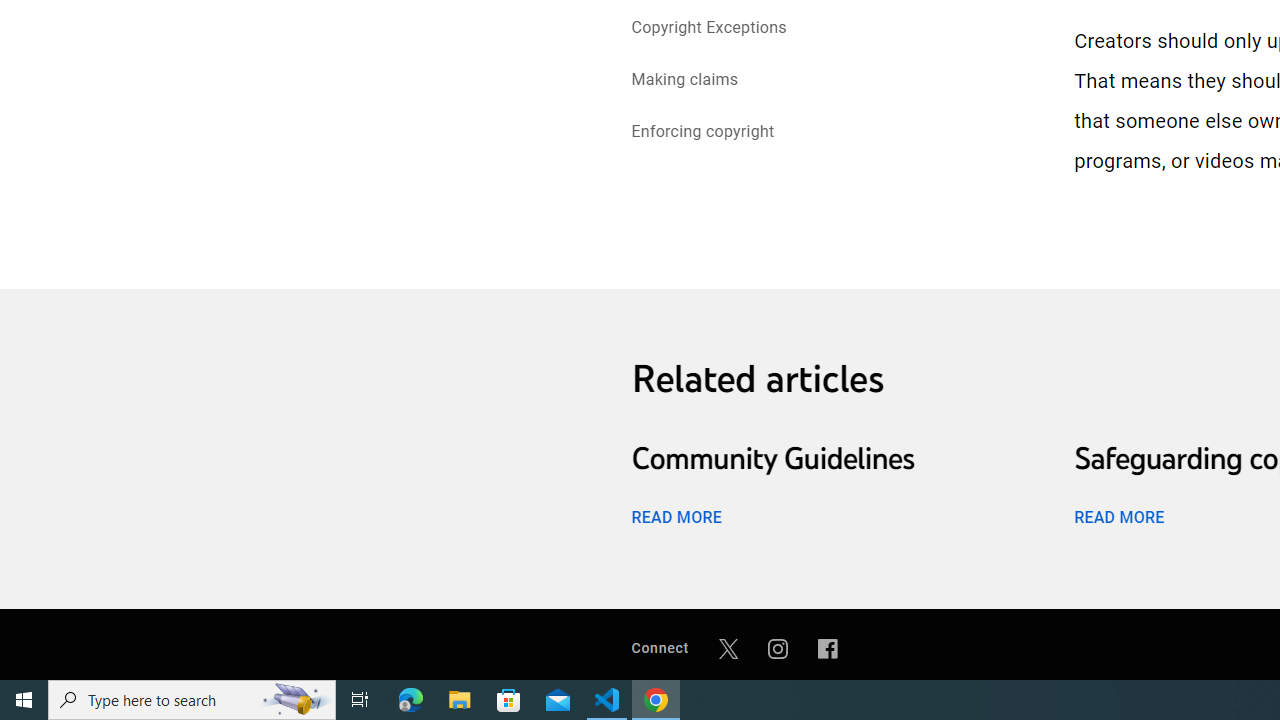  What do you see at coordinates (702, 133) in the screenshot?
I see `'Enforcing copyright'` at bounding box center [702, 133].